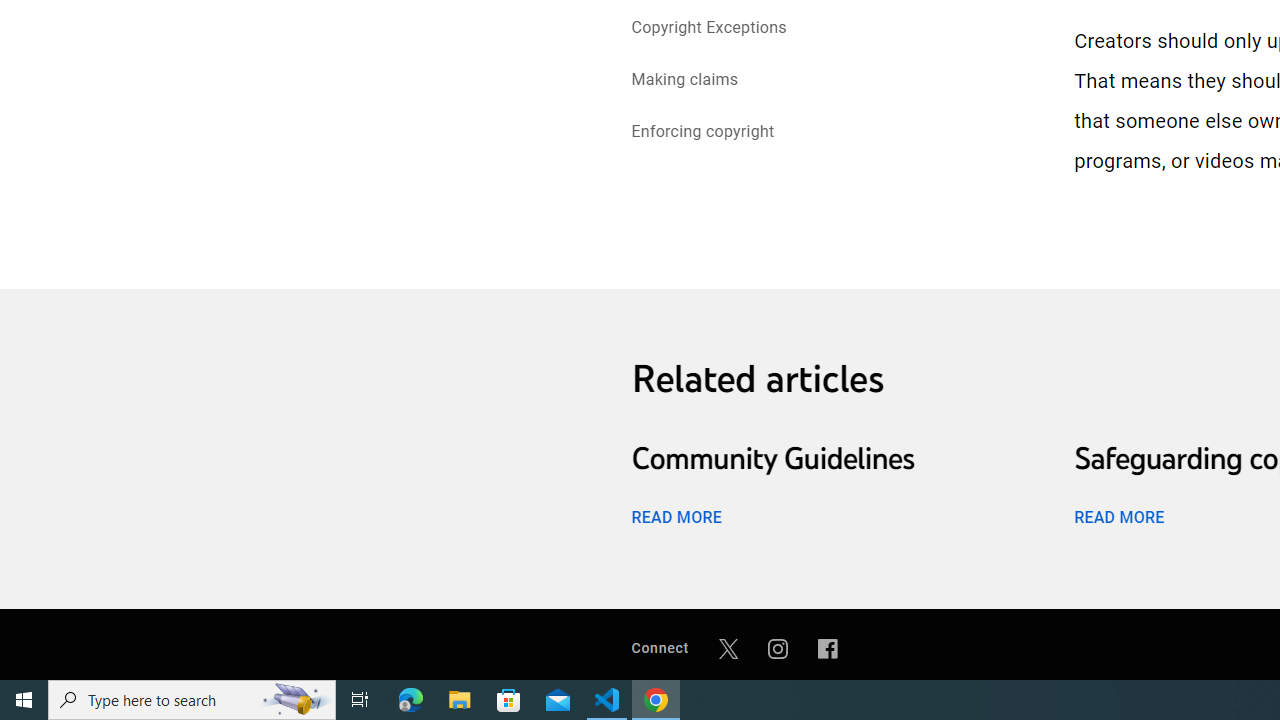  What do you see at coordinates (702, 133) in the screenshot?
I see `'Enforcing copyright'` at bounding box center [702, 133].